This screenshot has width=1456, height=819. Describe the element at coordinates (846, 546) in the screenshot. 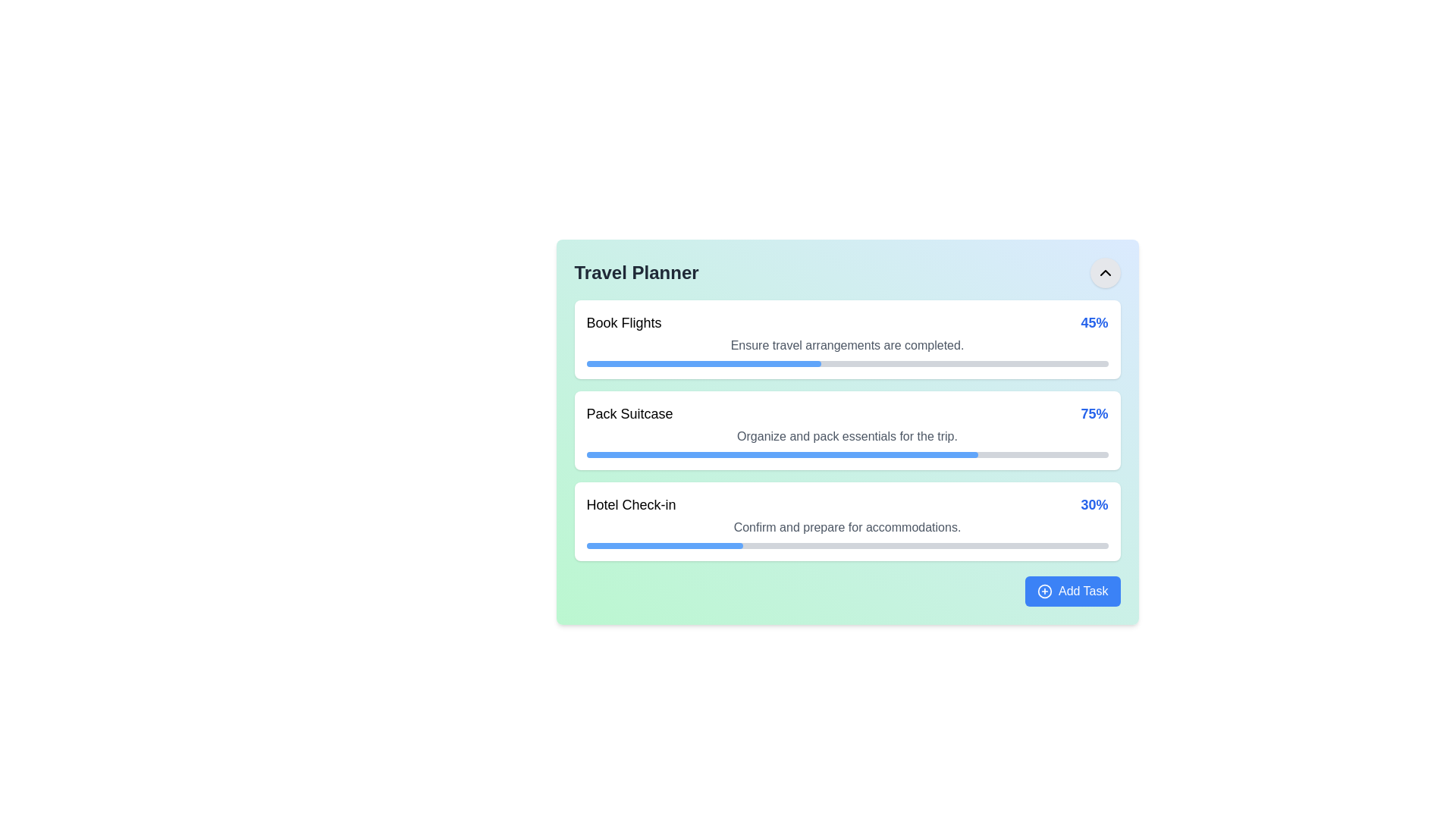

I see `the progress bar located at the bottom of the 'Hotel Check-in' card, which visually represents that 30% of the task is complete` at that location.